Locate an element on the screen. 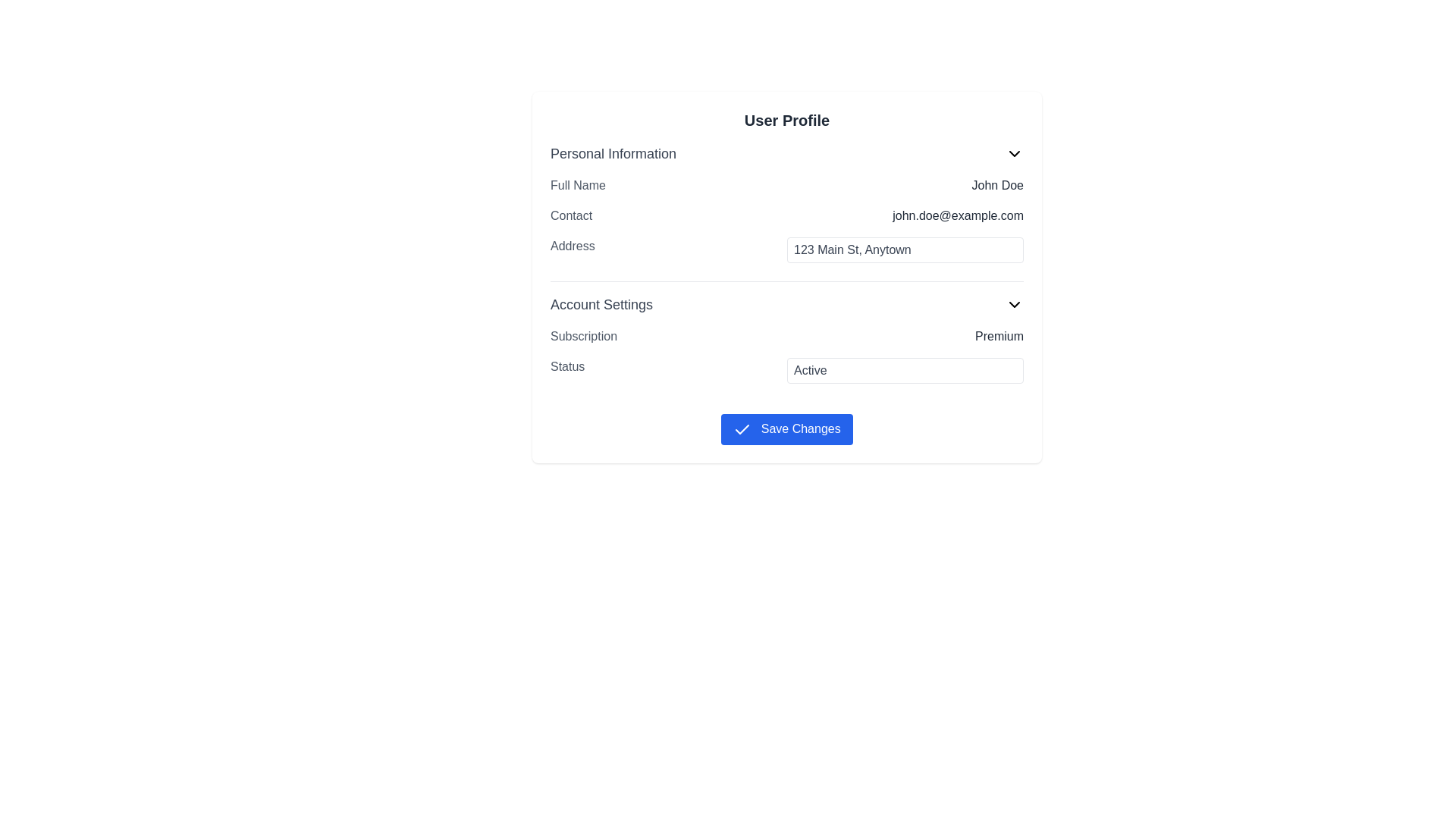 The width and height of the screenshot is (1456, 819). the checkmark icon located on the left side of the blue 'Save Changes' button, which visually conveys confirmation for the action is located at coordinates (742, 429).